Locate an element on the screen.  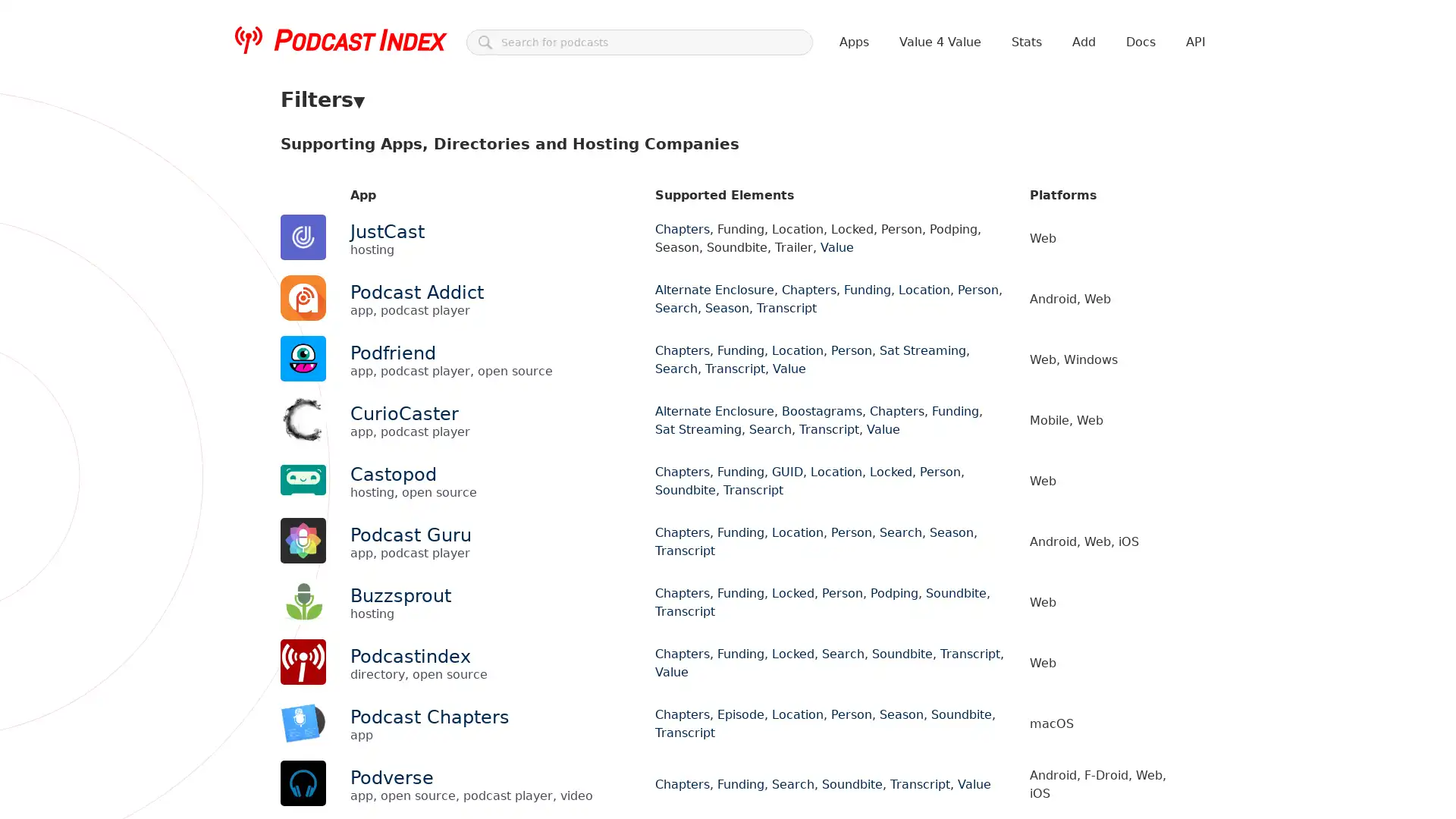
Social Links is located at coordinates (1136, 146).